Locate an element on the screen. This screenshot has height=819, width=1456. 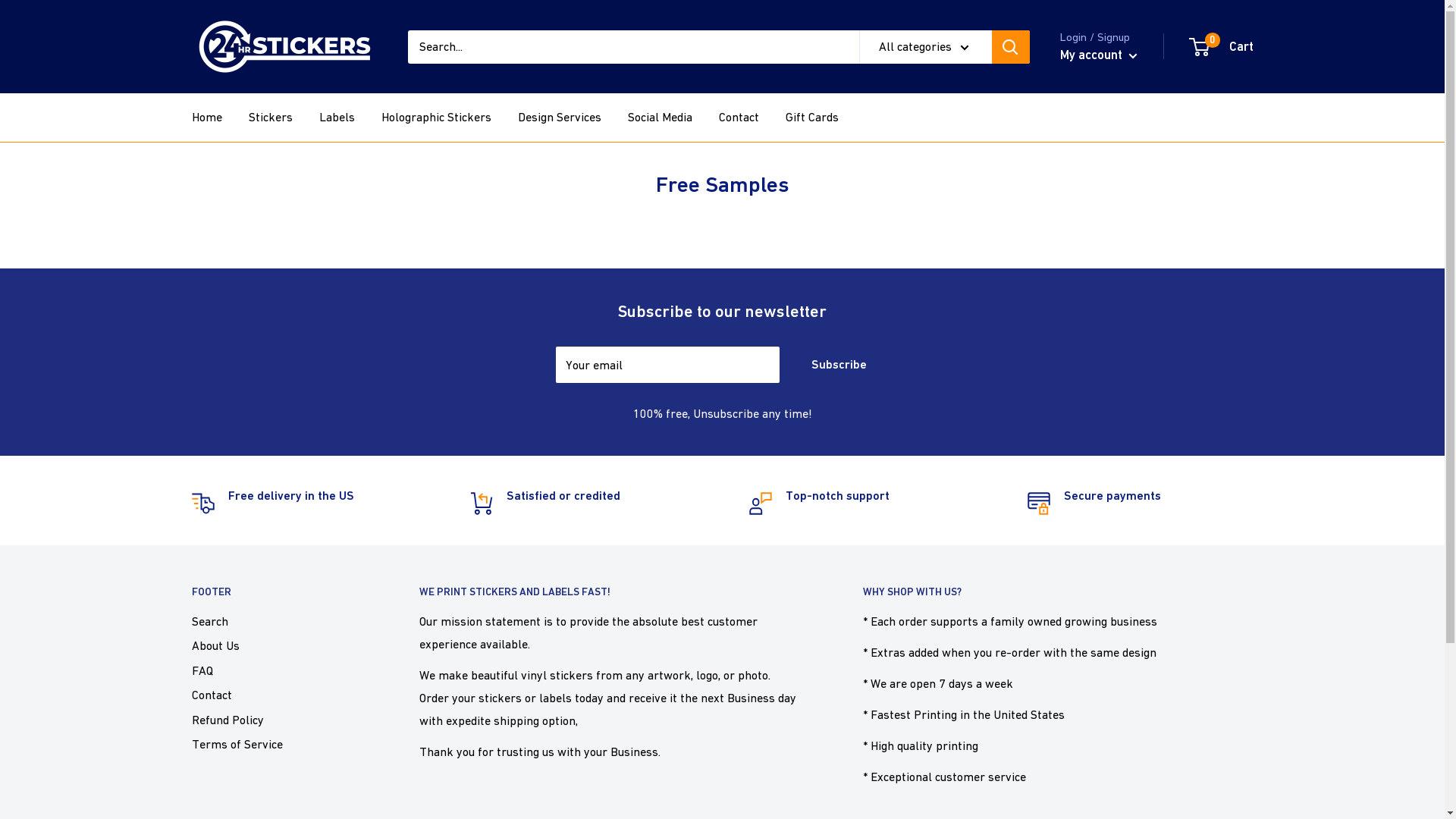
'My account' is located at coordinates (1099, 55).